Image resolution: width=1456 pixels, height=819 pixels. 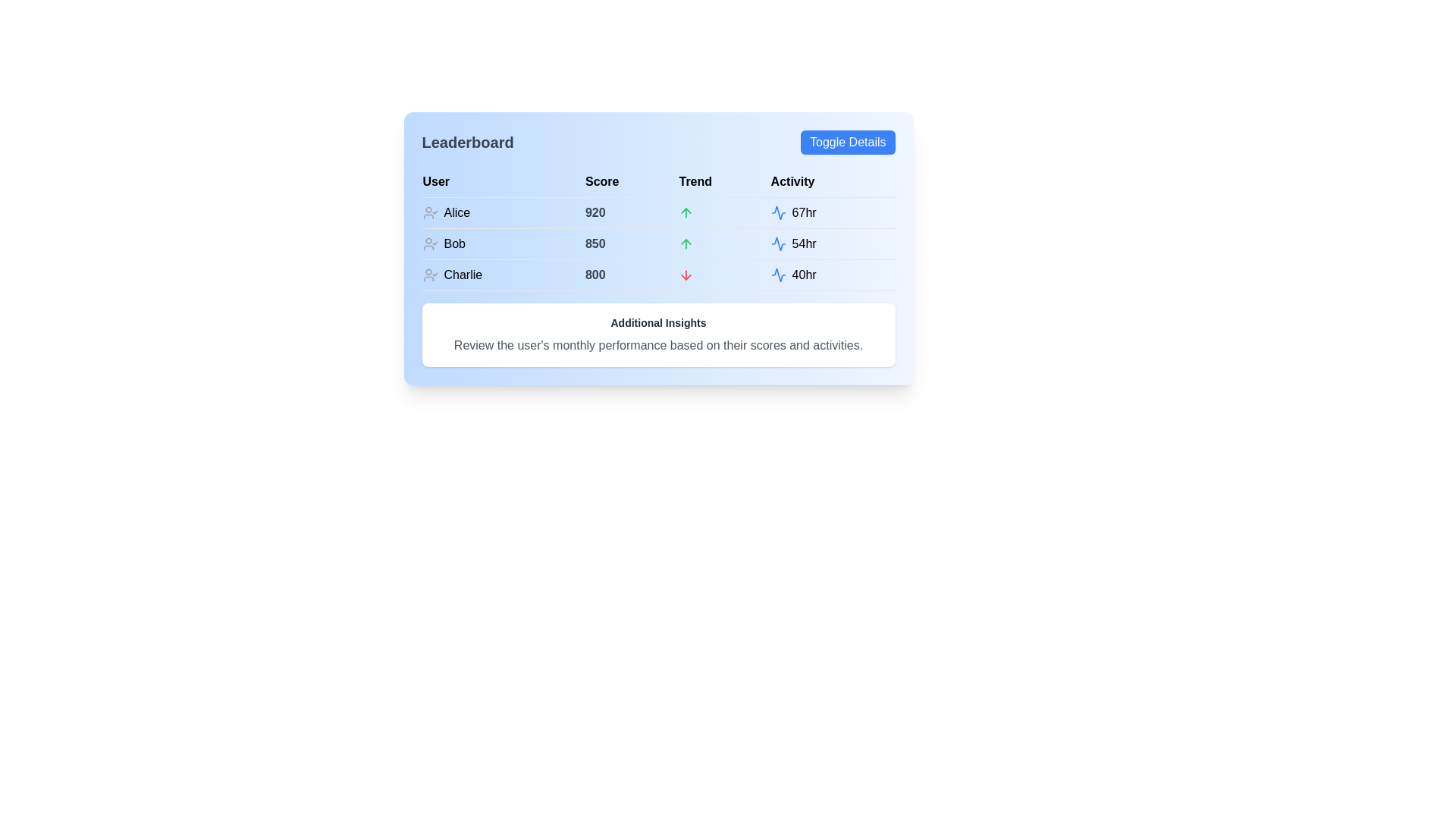 I want to click on the graphical icon (SVG) representing the activity metric for the user 'Bob' in the leaderboard table, so click(x=778, y=243).